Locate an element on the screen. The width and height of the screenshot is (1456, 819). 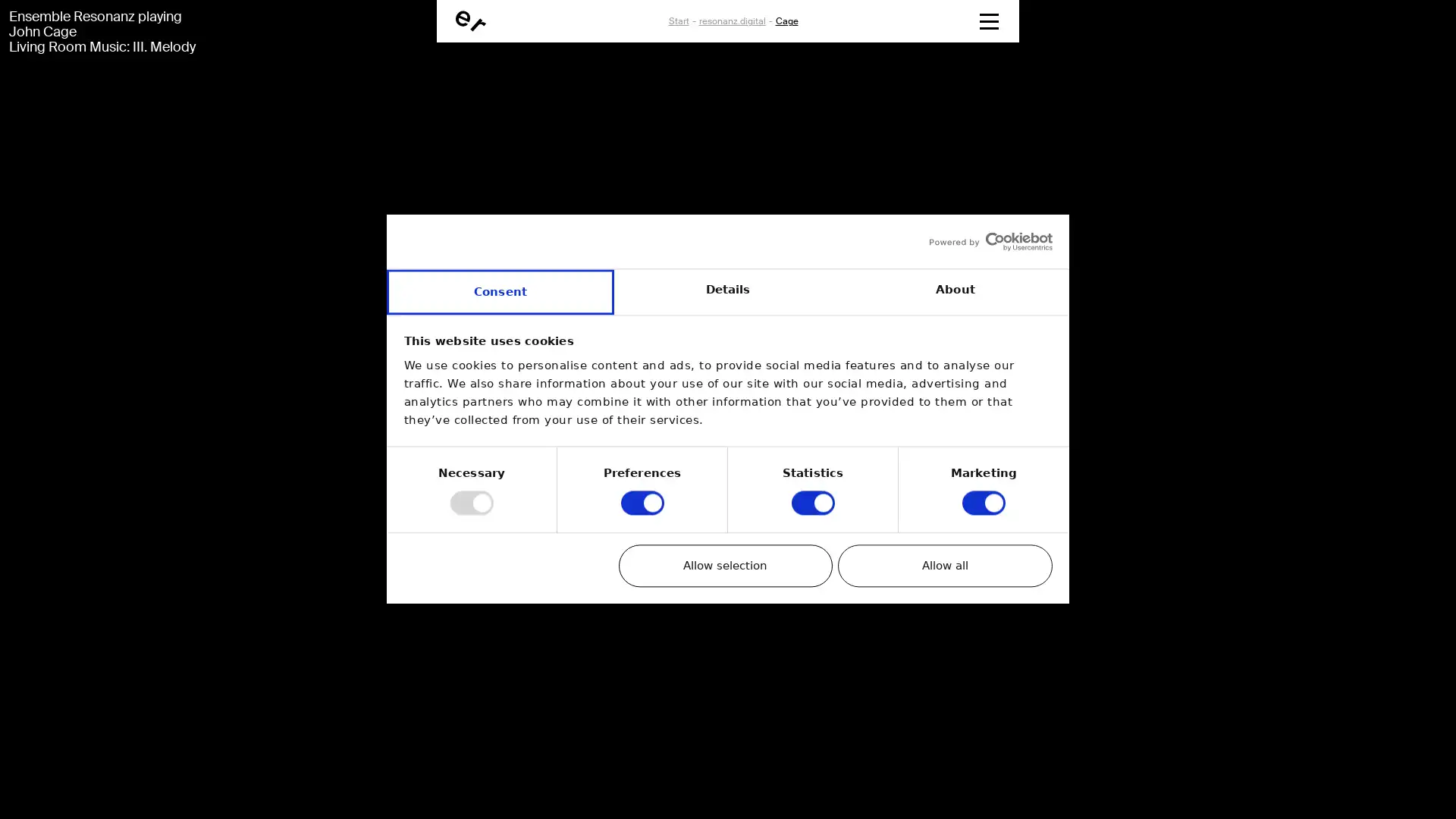
07 is located at coordinates (879, 801).